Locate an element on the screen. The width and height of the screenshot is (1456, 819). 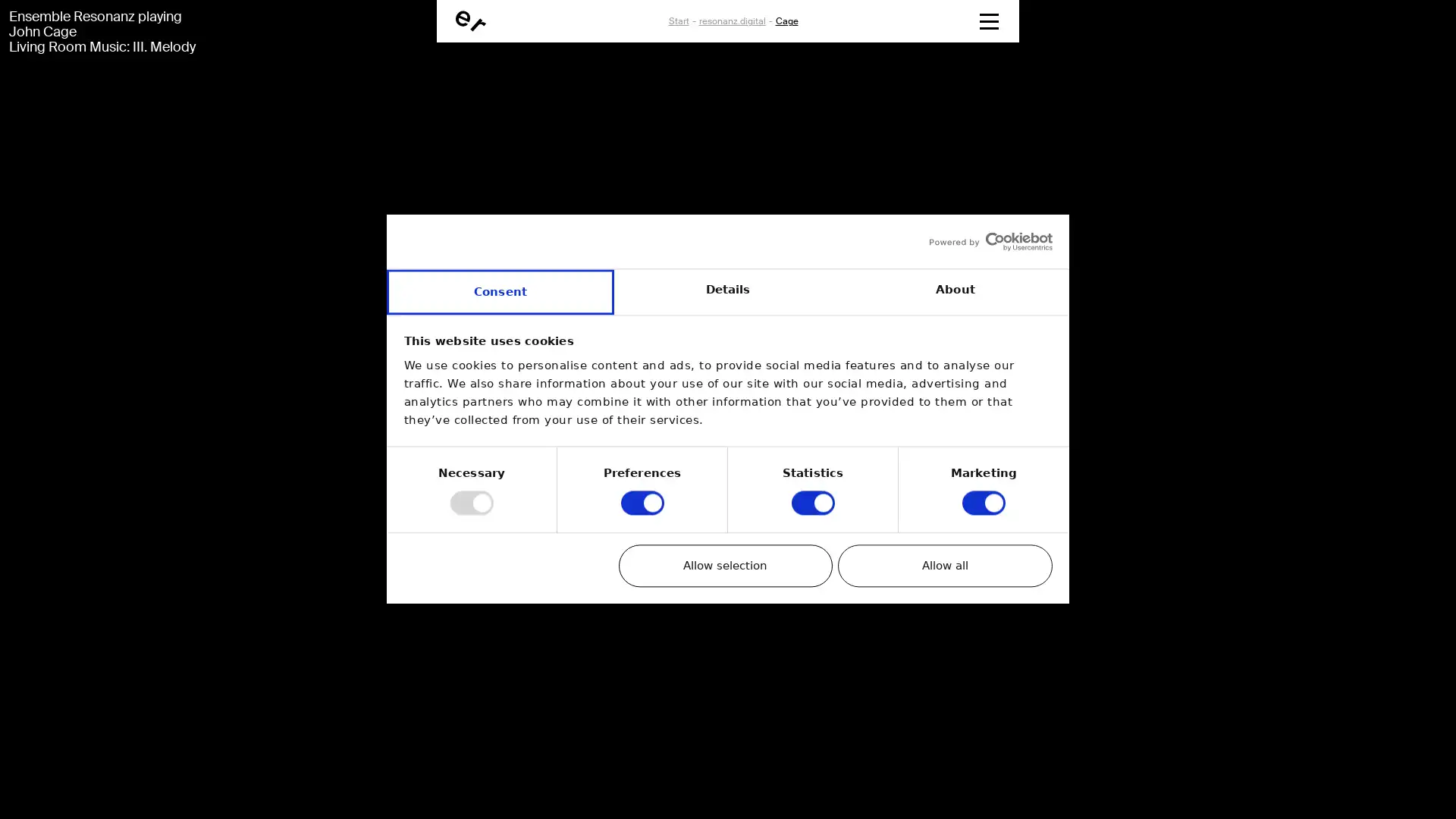
07 is located at coordinates (879, 801).